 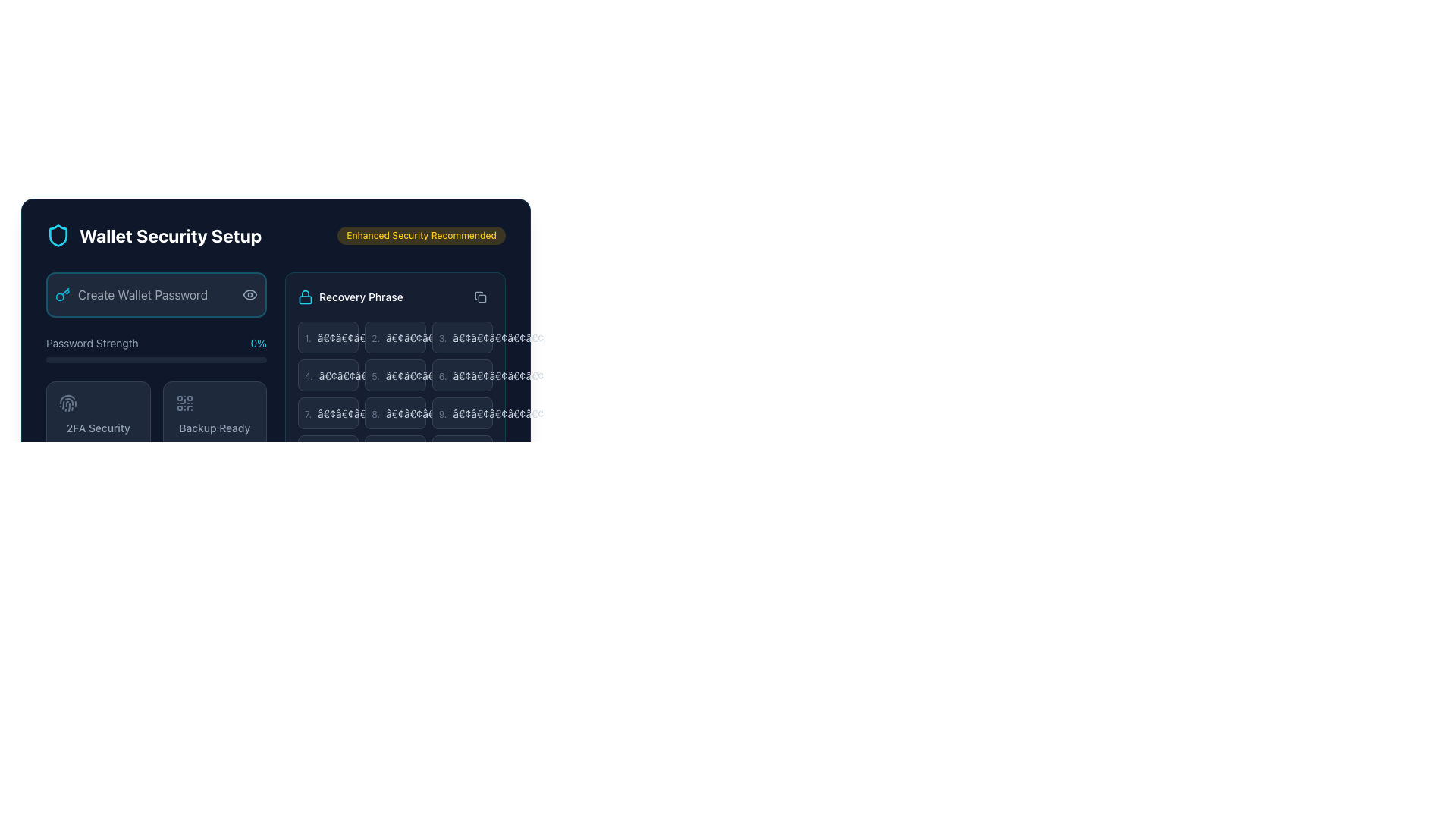 What do you see at coordinates (307, 337) in the screenshot?
I see `the text label displaying the value '1.' in a small, subdued font style located in the 'Recovery Phrase' section of the wallet setup interface` at bounding box center [307, 337].